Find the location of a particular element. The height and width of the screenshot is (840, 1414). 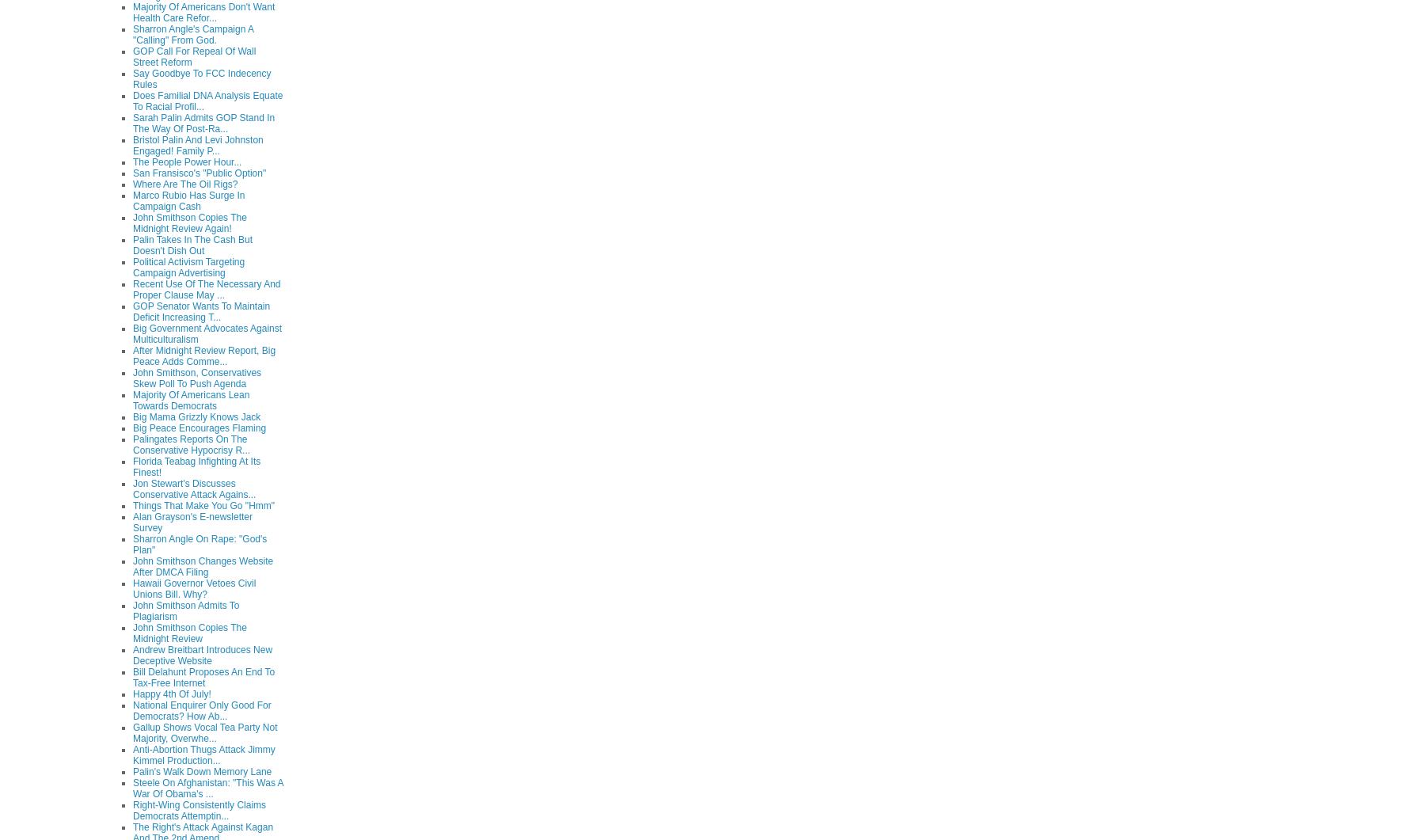

'GOP Senator Wants To Maintain Deficit Increasing T...' is located at coordinates (200, 310).